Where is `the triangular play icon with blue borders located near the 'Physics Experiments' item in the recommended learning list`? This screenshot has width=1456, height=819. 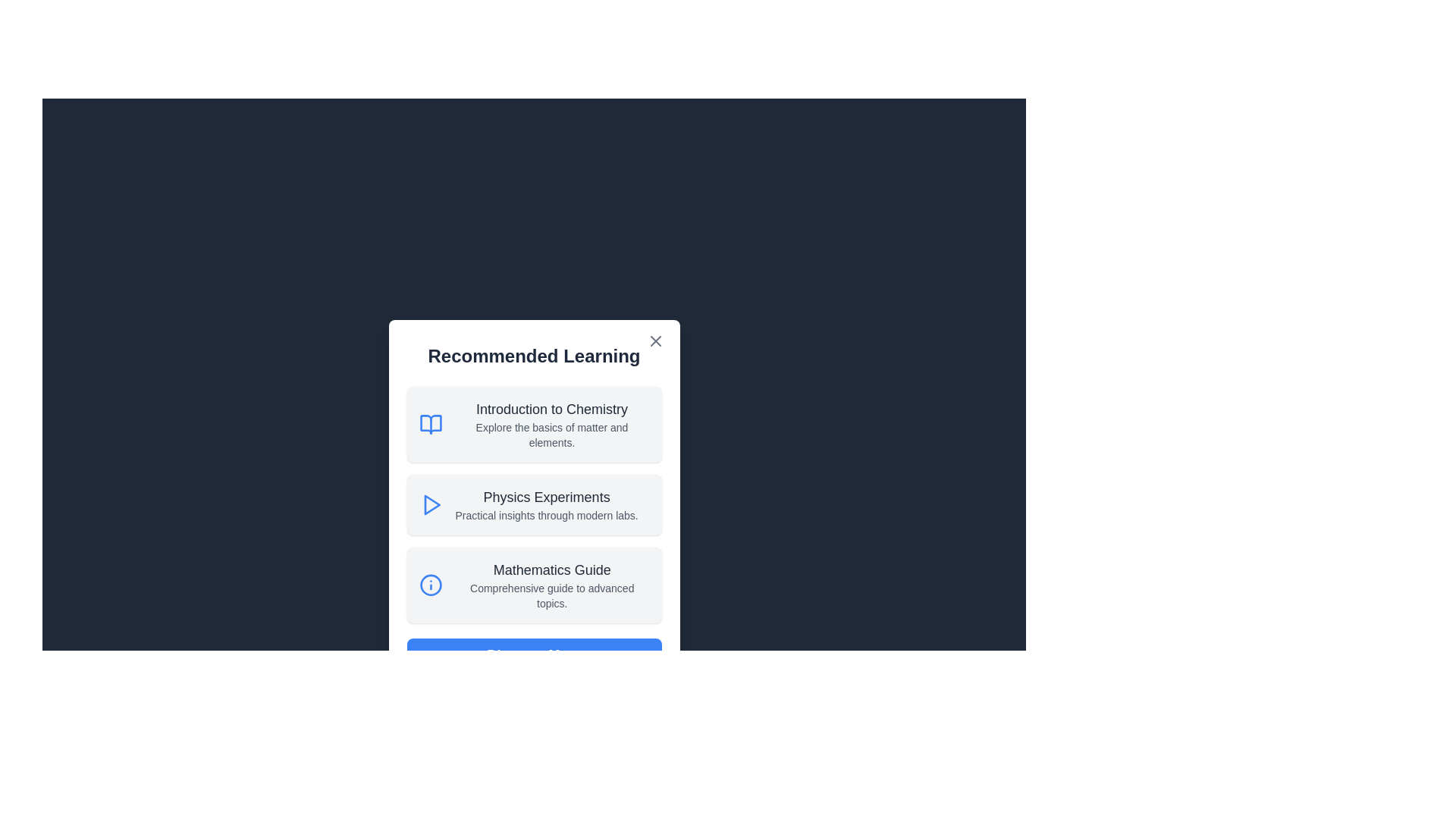
the triangular play icon with blue borders located near the 'Physics Experiments' item in the recommended learning list is located at coordinates (431, 505).